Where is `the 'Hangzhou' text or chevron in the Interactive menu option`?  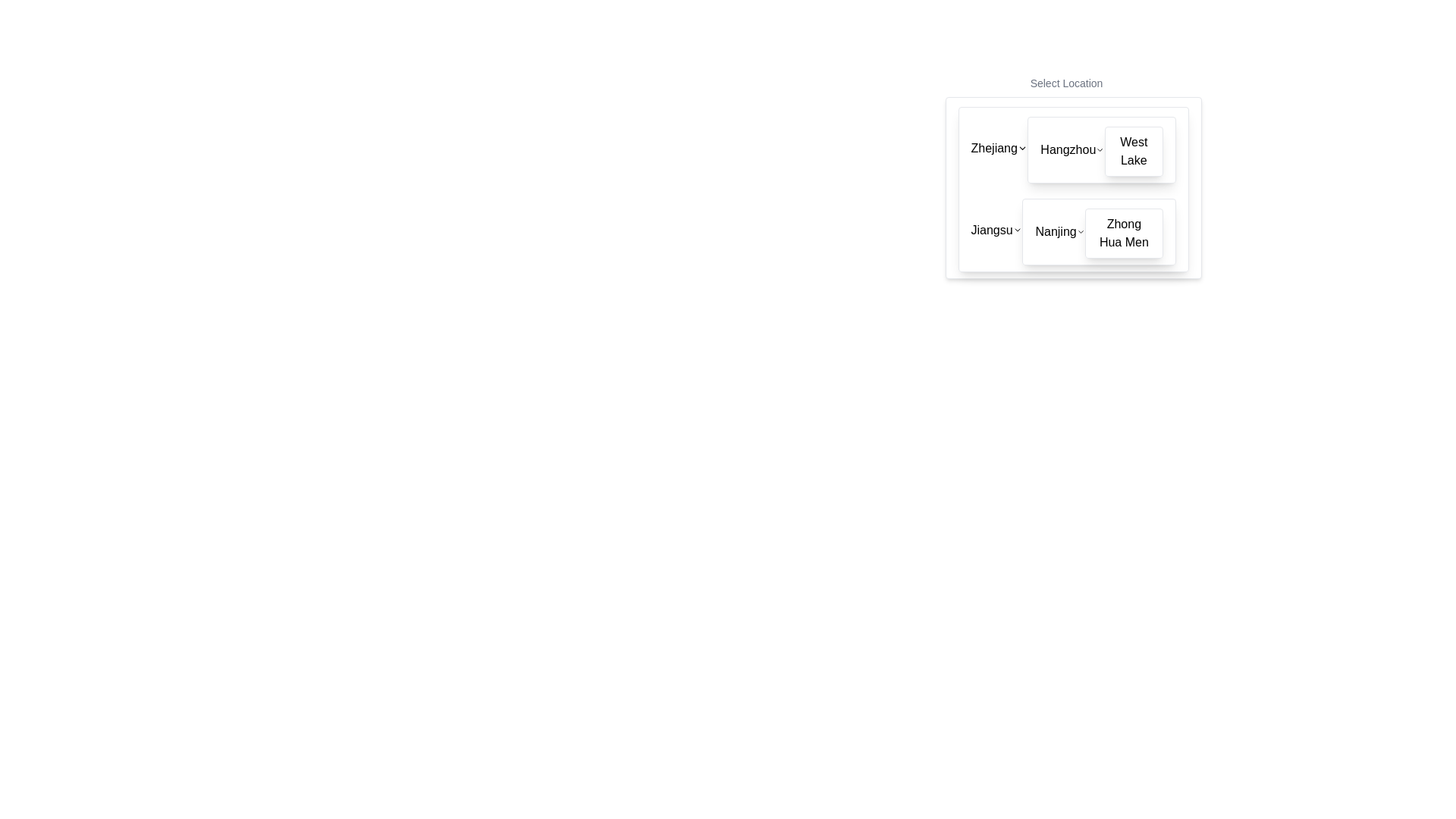 the 'Hangzhou' text or chevron in the Interactive menu option is located at coordinates (1072, 149).